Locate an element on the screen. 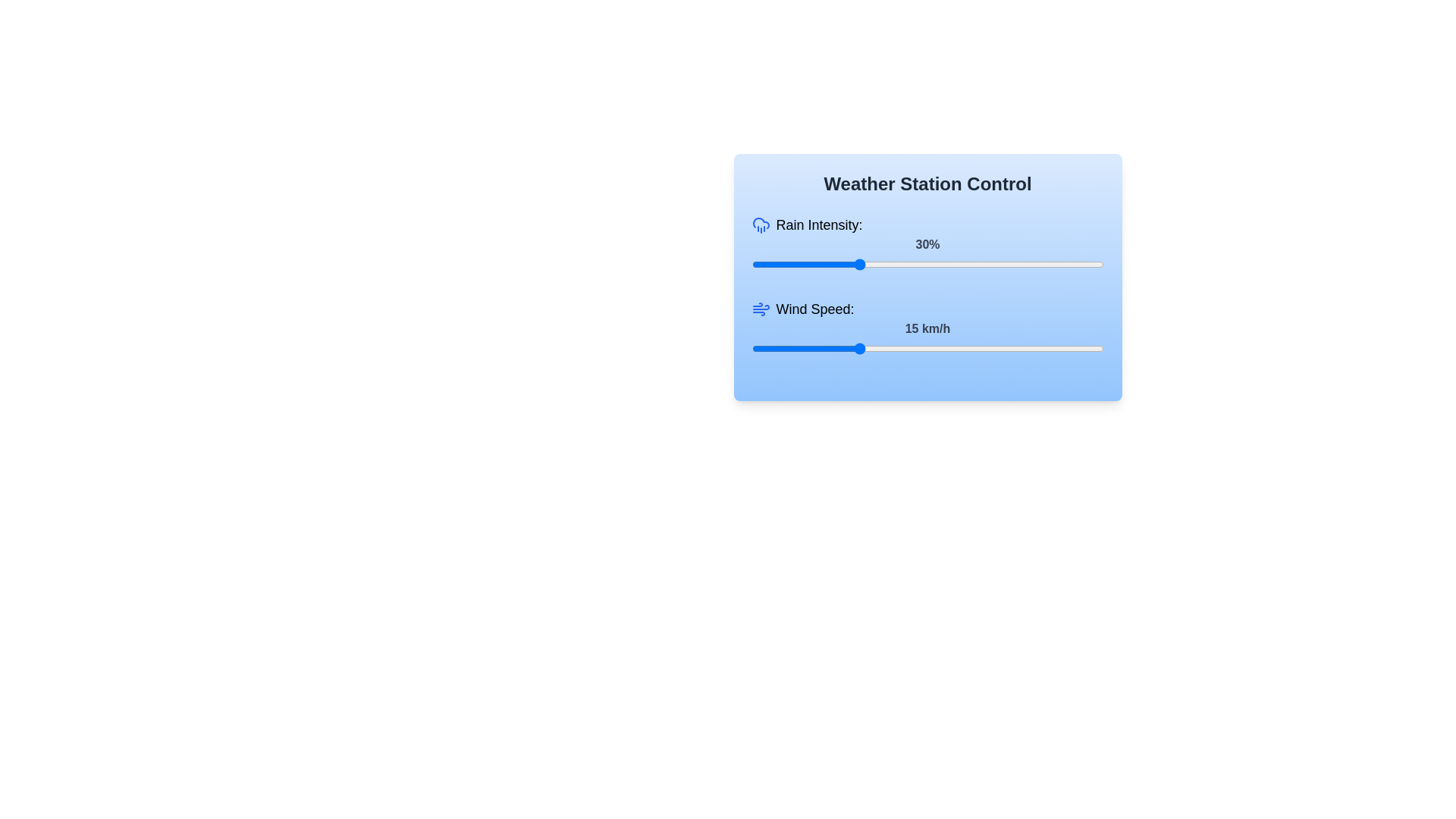  the rain intensity slider to 98% is located at coordinates (1097, 263).